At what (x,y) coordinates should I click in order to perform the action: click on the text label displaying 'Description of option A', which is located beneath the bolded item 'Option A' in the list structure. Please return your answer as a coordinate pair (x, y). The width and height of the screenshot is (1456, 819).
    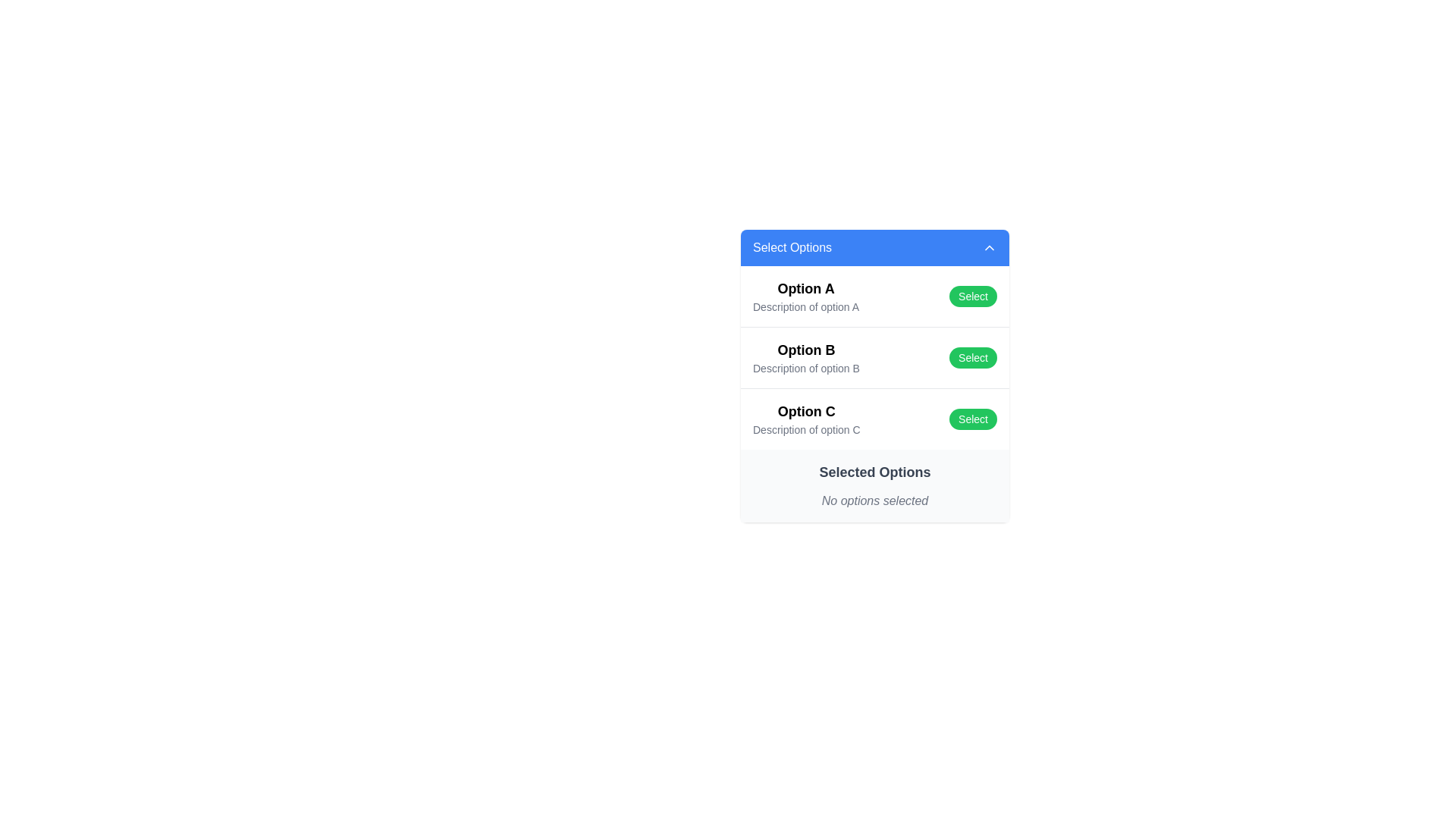
    Looking at the image, I should click on (805, 307).